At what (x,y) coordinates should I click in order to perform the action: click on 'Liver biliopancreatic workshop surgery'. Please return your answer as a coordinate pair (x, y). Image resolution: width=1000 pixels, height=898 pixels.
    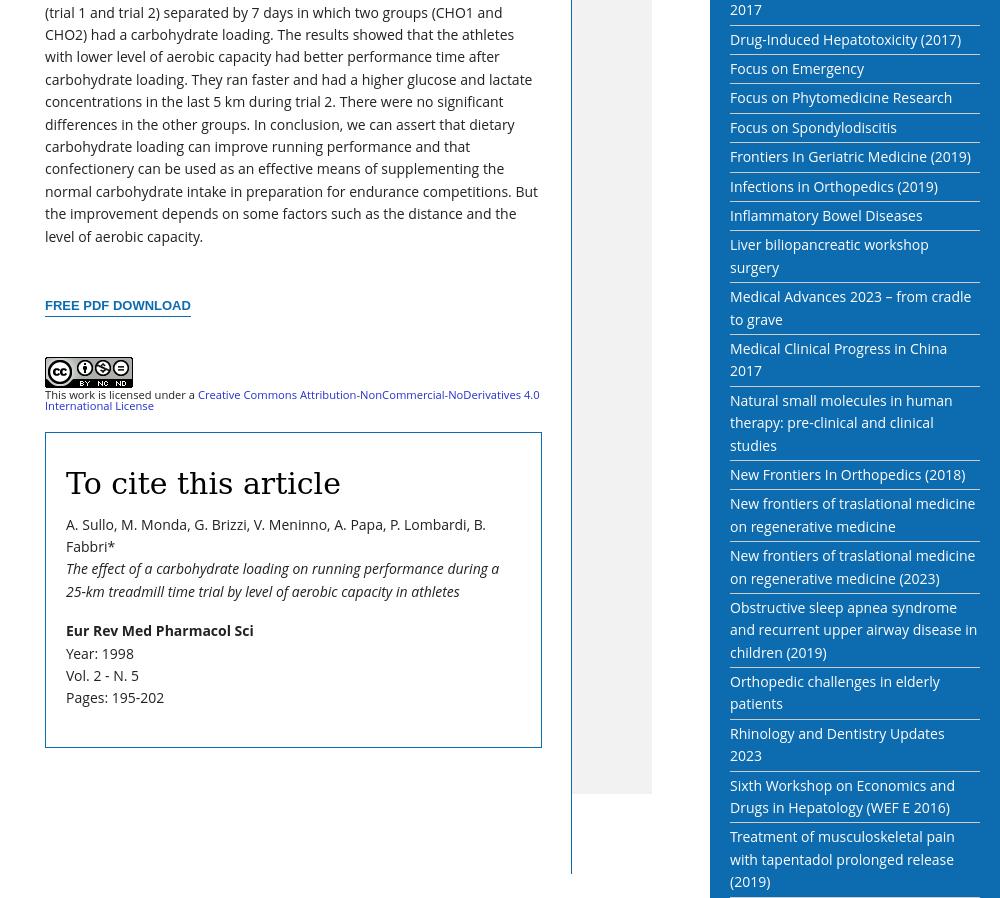
    Looking at the image, I should click on (828, 255).